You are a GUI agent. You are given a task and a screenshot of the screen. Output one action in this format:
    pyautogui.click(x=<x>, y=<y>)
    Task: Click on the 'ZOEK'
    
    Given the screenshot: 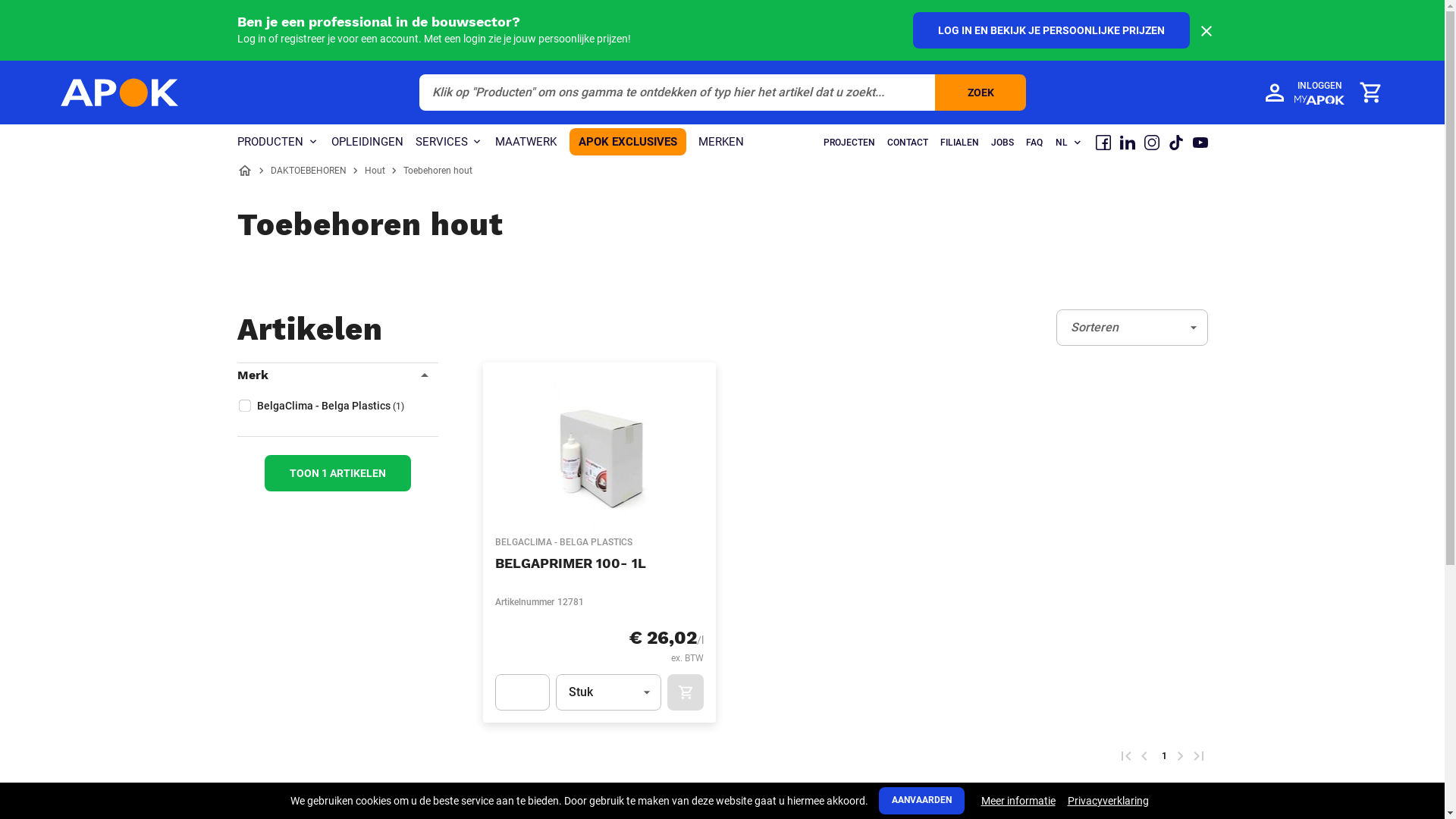 What is the action you would take?
    pyautogui.click(x=979, y=93)
    